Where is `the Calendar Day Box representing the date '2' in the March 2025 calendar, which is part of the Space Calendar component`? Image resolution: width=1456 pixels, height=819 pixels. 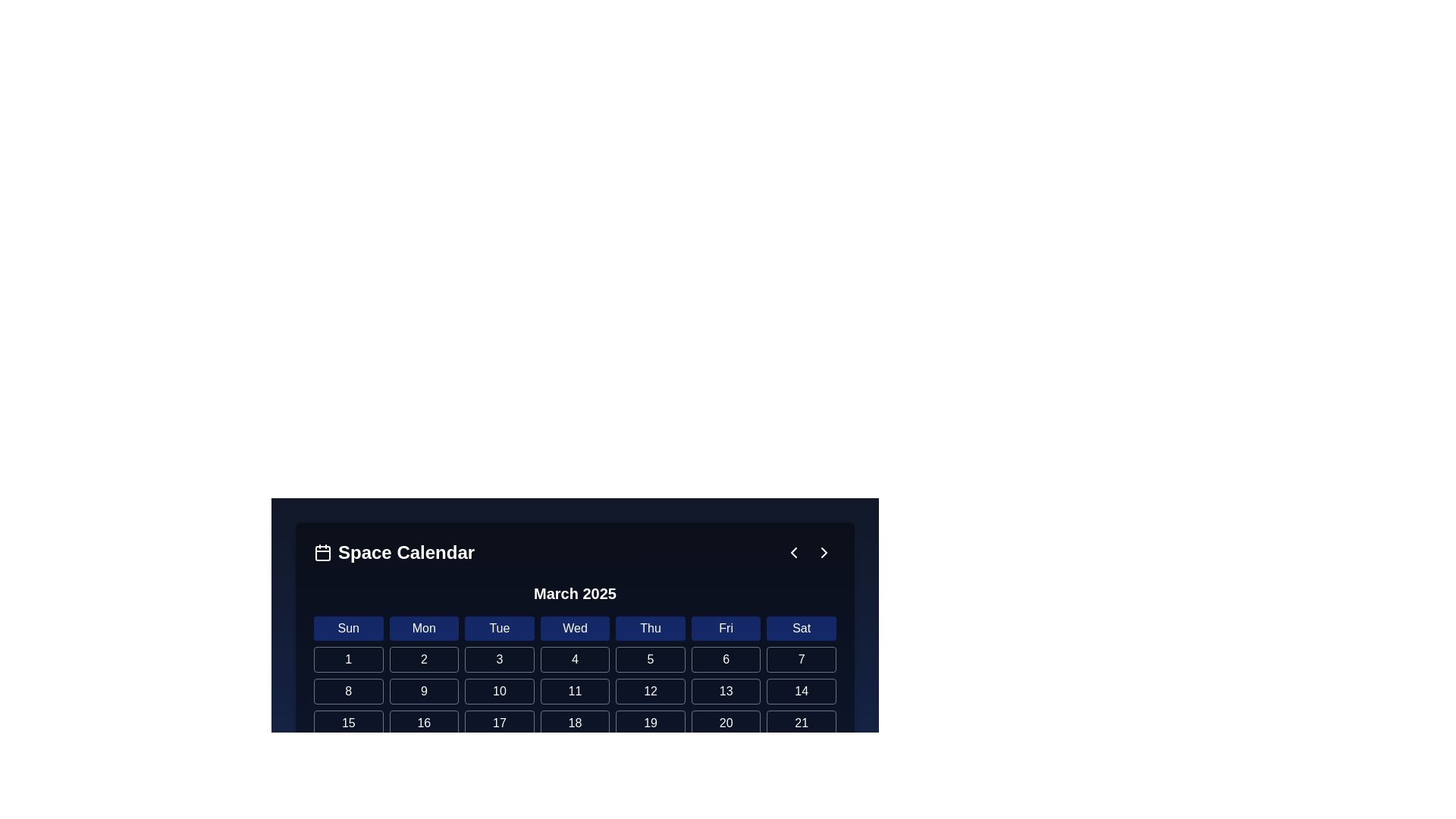 the Calendar Day Box representing the date '2' in the March 2025 calendar, which is part of the Space Calendar component is located at coordinates (574, 786).